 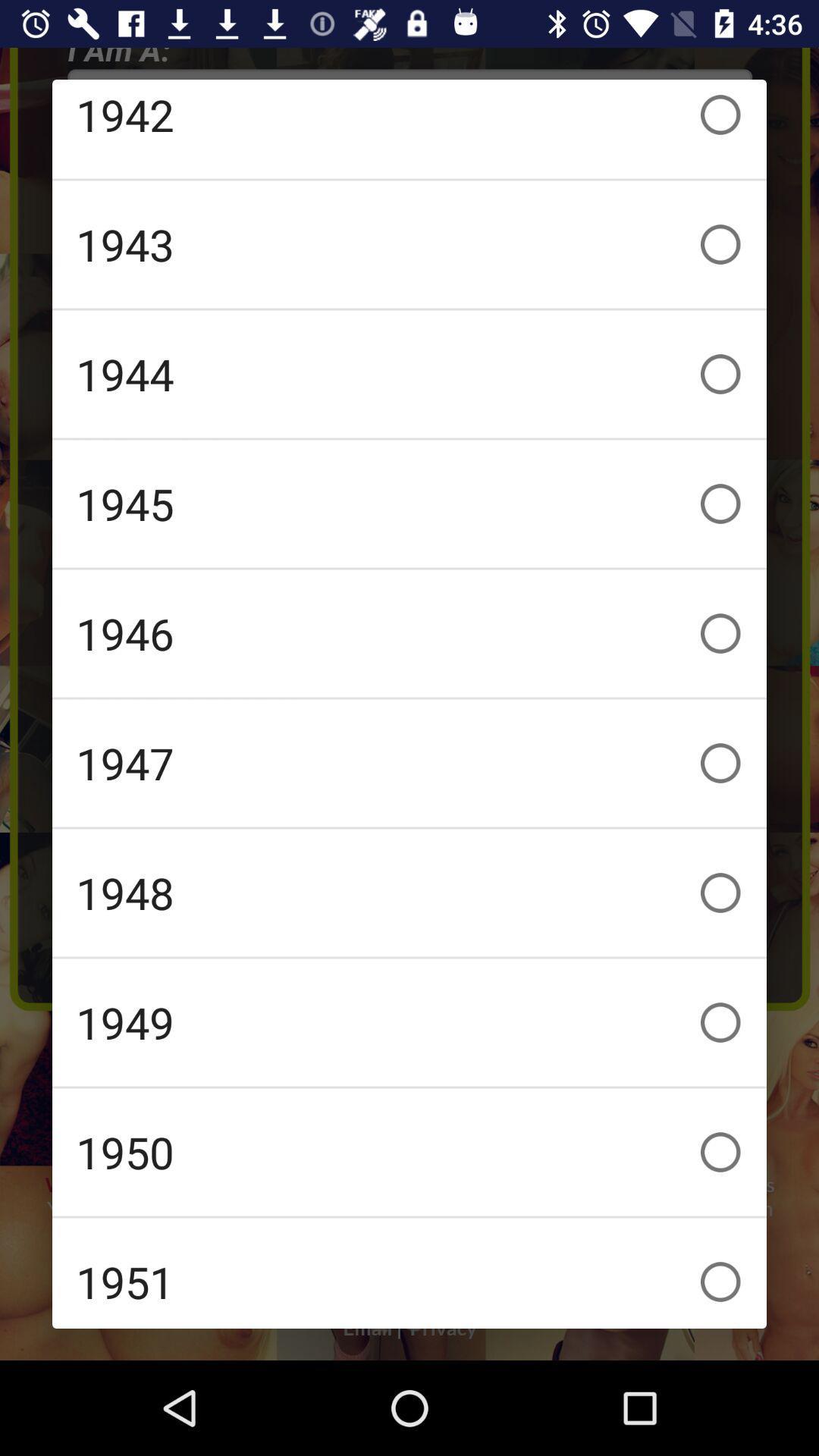 What do you see at coordinates (409, 1152) in the screenshot?
I see `the 1950 icon` at bounding box center [409, 1152].